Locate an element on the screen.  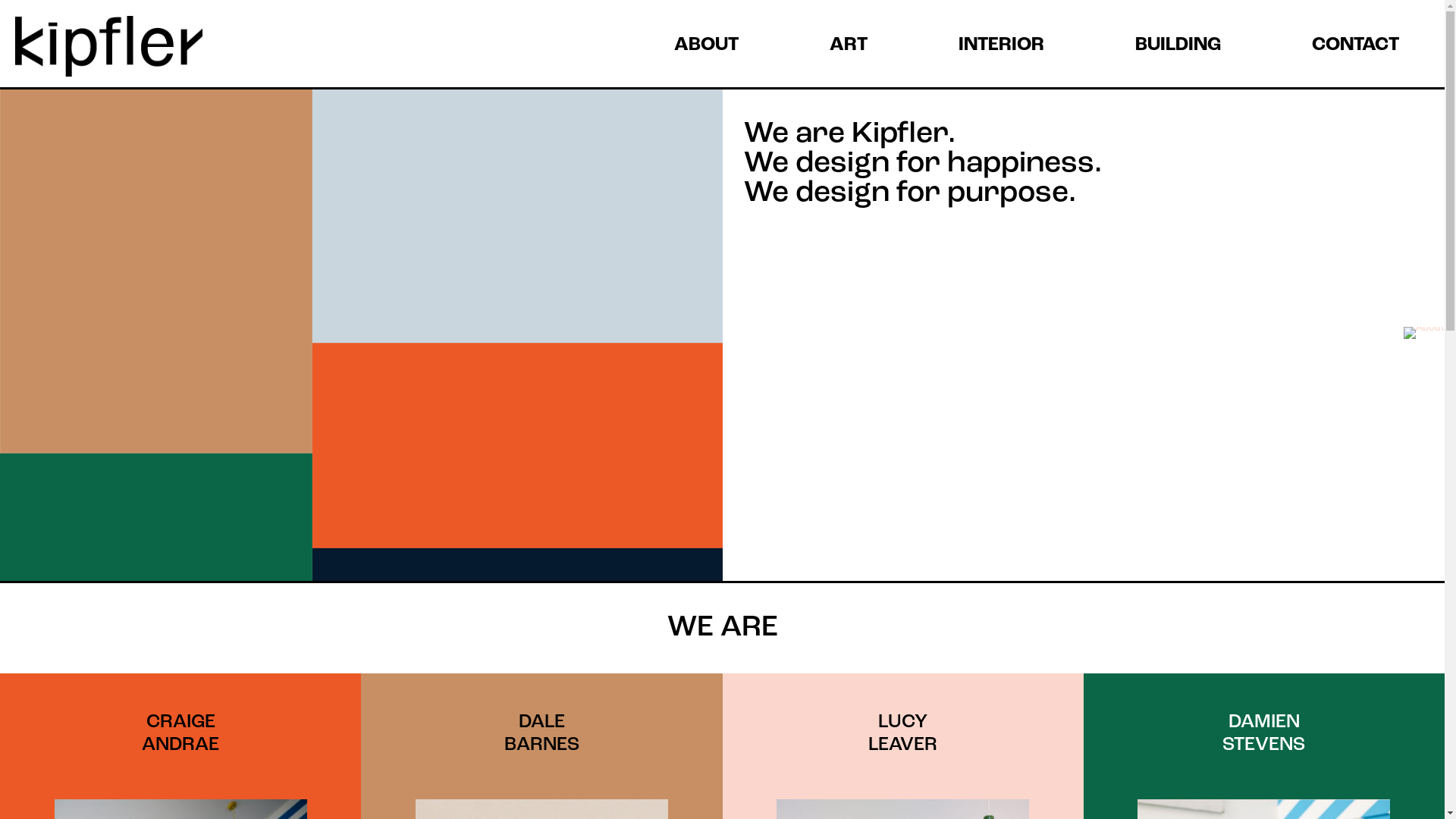
'Kipfler' is located at coordinates (14, 42).